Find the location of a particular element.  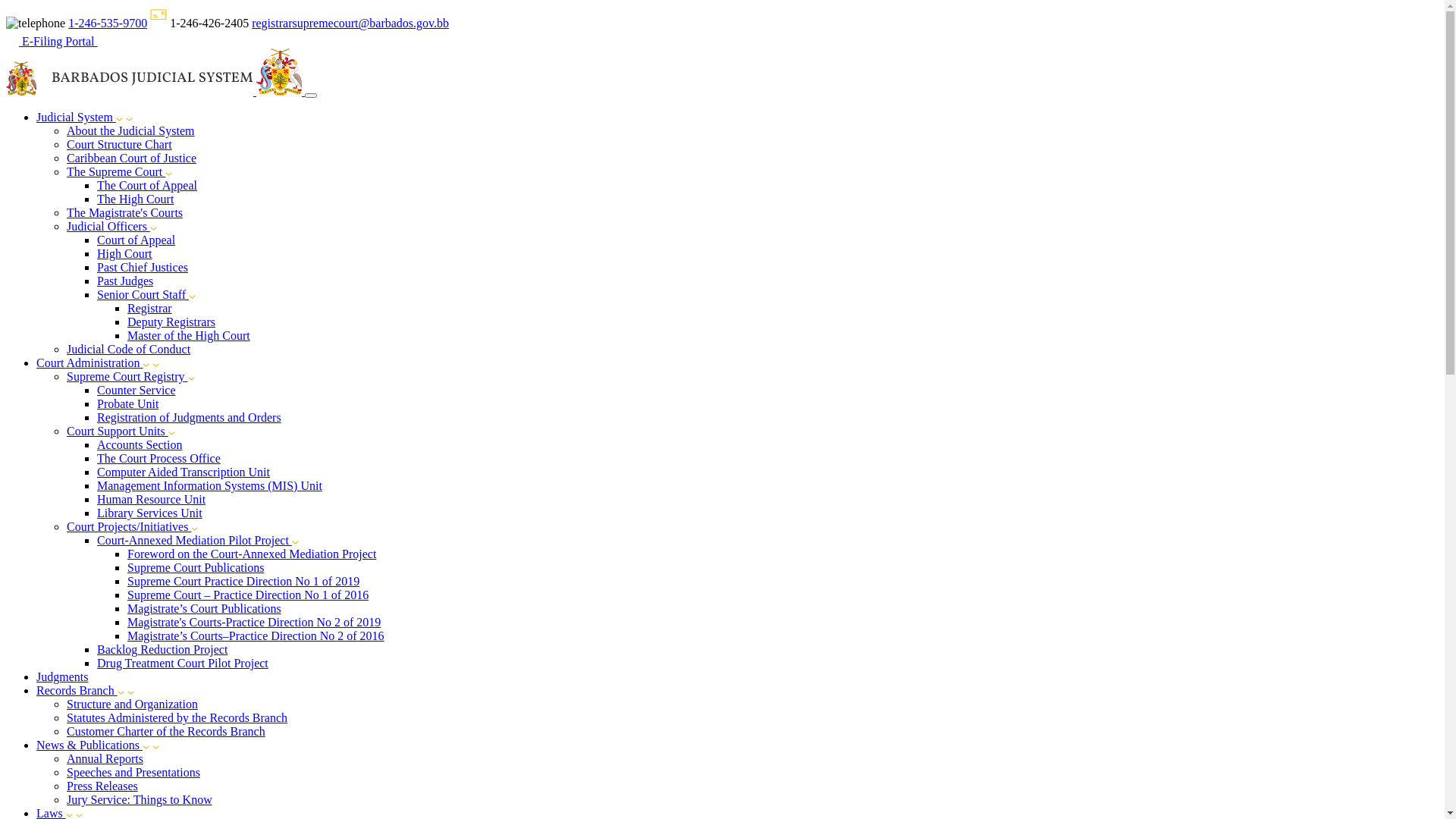

'Court-Annexed Mediation Pilot Project' is located at coordinates (193, 539).